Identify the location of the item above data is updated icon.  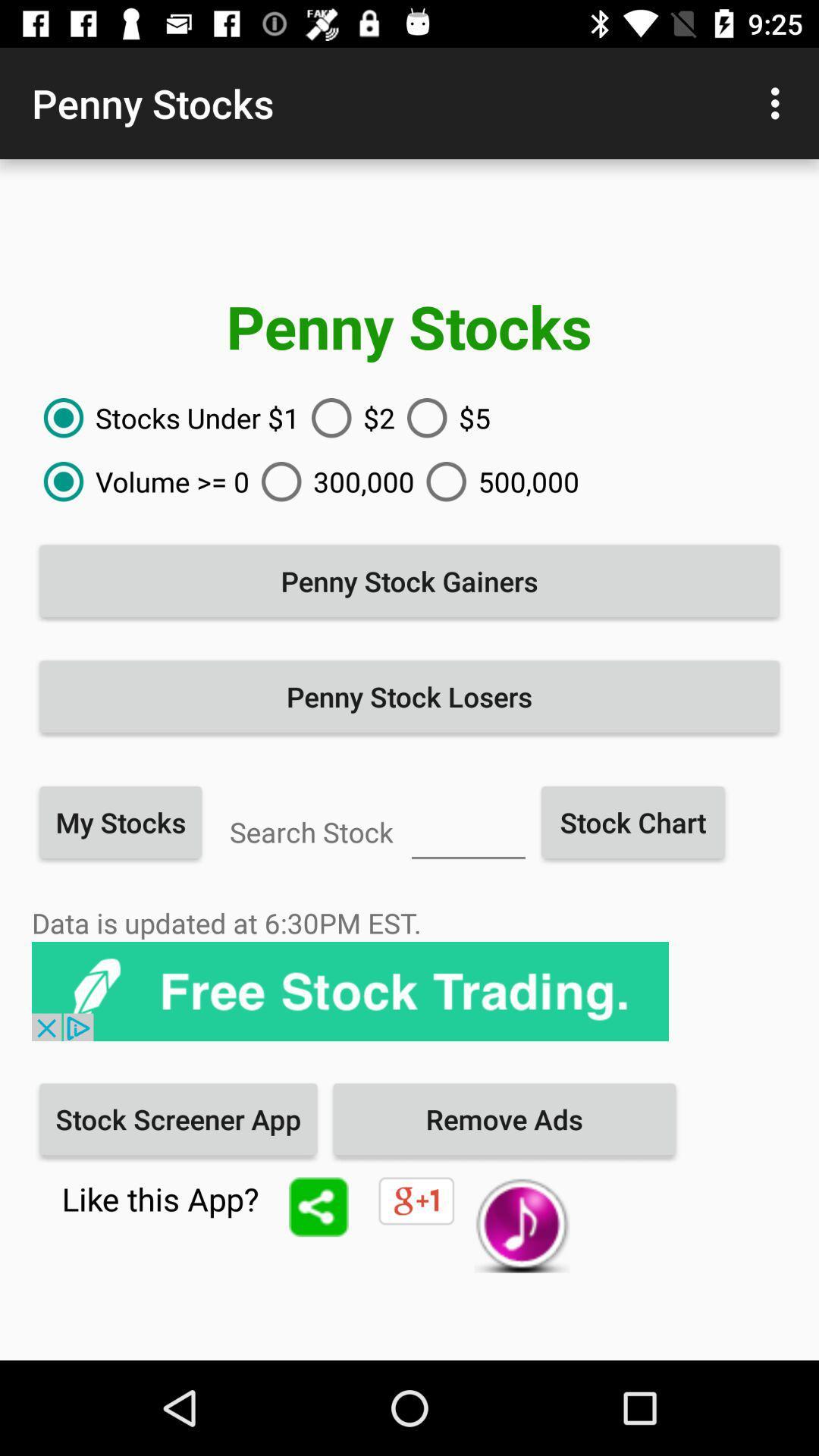
(120, 821).